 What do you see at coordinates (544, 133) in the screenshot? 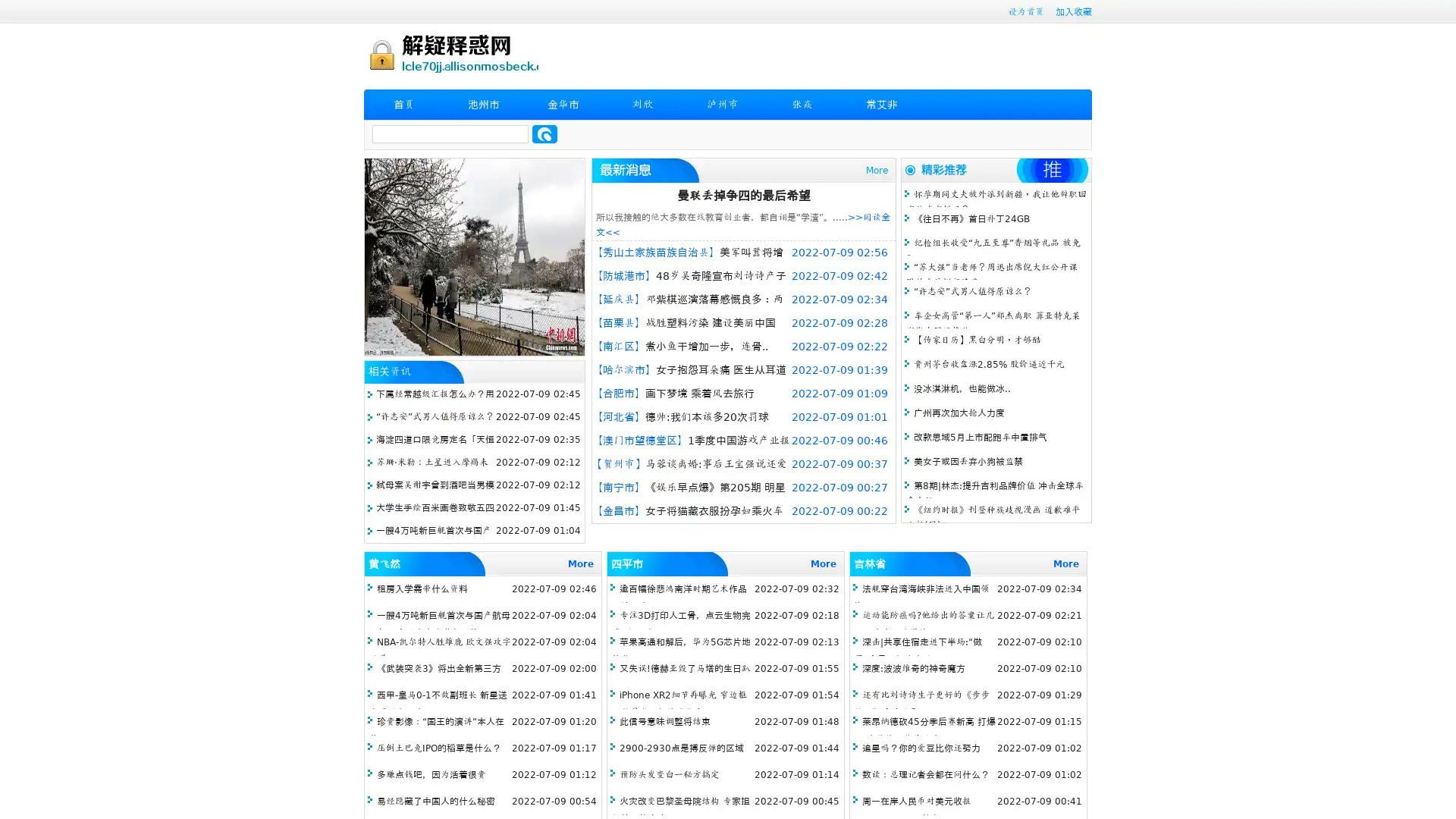
I see `Search` at bounding box center [544, 133].